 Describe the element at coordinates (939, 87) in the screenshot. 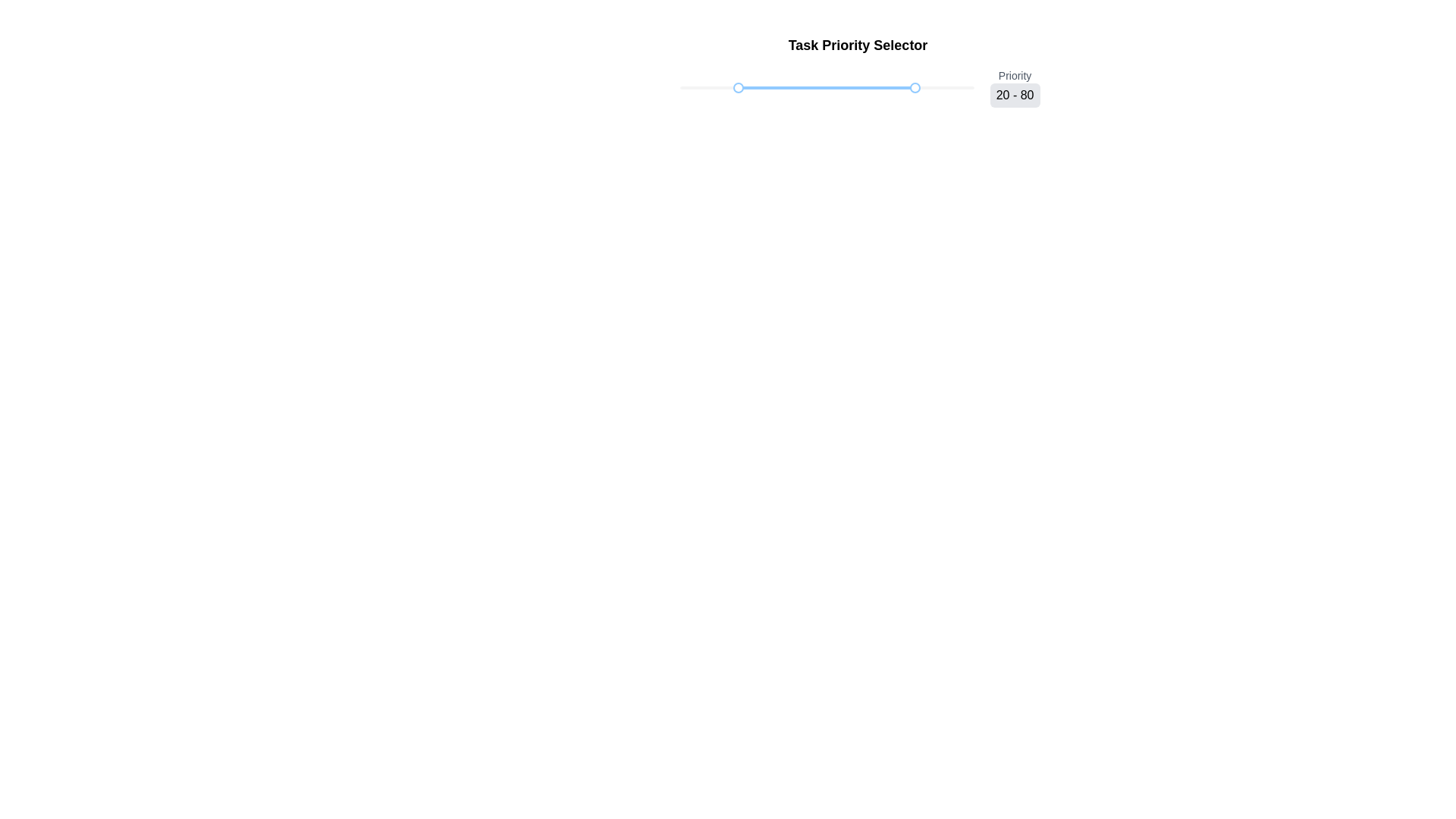

I see `the priority slider` at that location.